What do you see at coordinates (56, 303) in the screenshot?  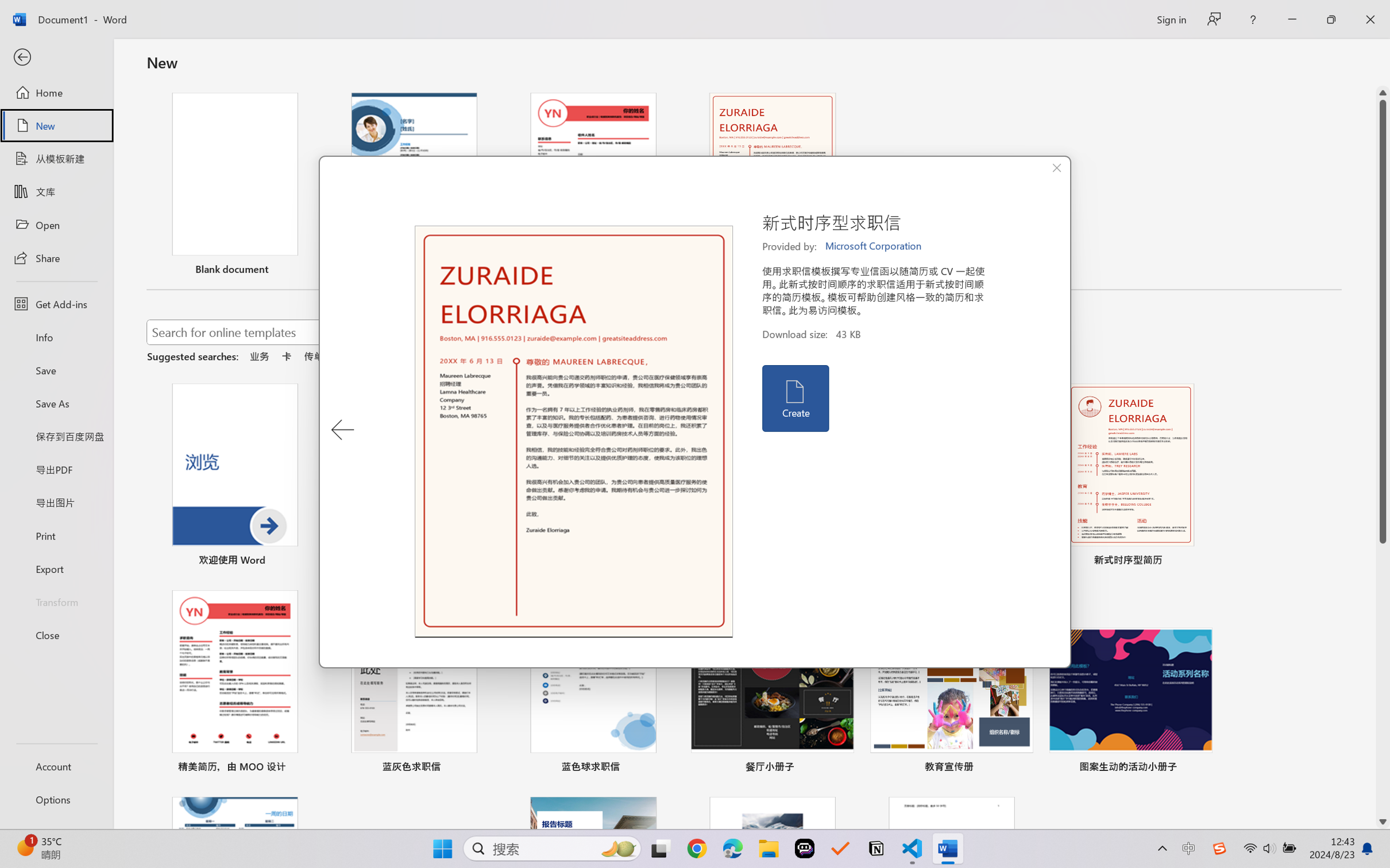 I see `'Get Add-ins'` at bounding box center [56, 303].